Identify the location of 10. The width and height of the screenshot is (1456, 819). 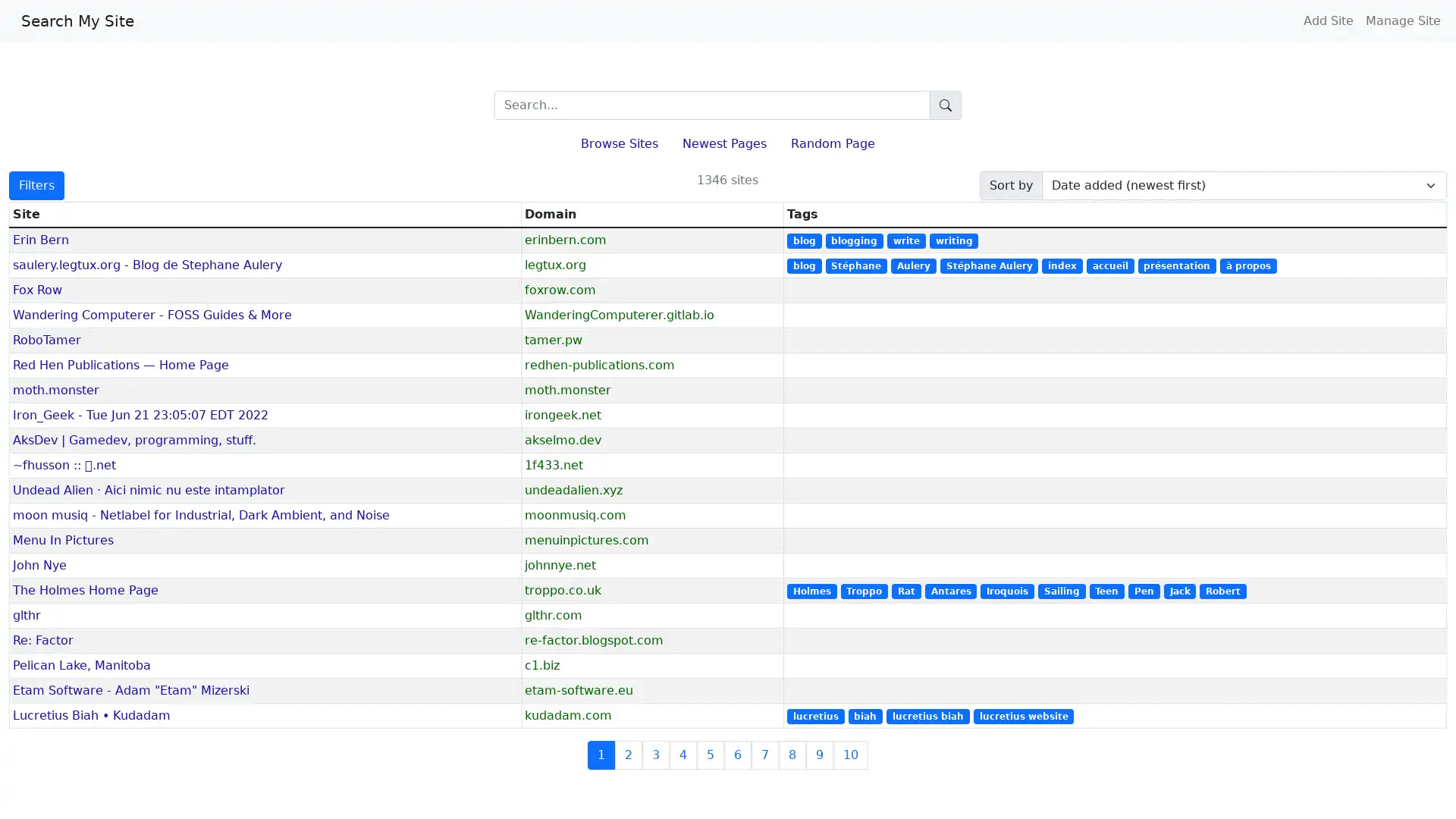
(851, 755).